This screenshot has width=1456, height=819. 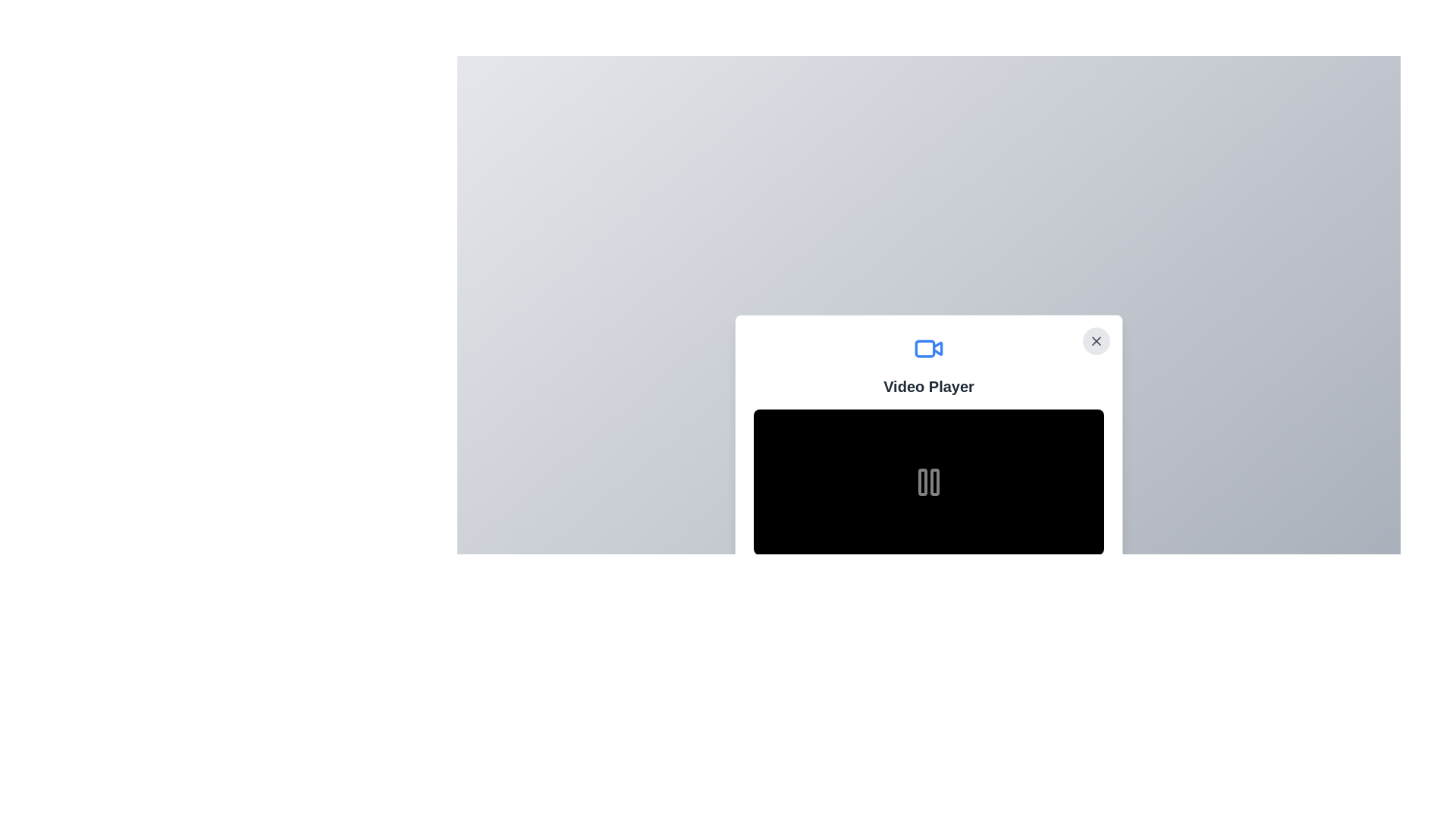 I want to click on the video functionality icon located at the top of the white card layout, centered horizontally above the 'Video Player' text, so click(x=927, y=348).